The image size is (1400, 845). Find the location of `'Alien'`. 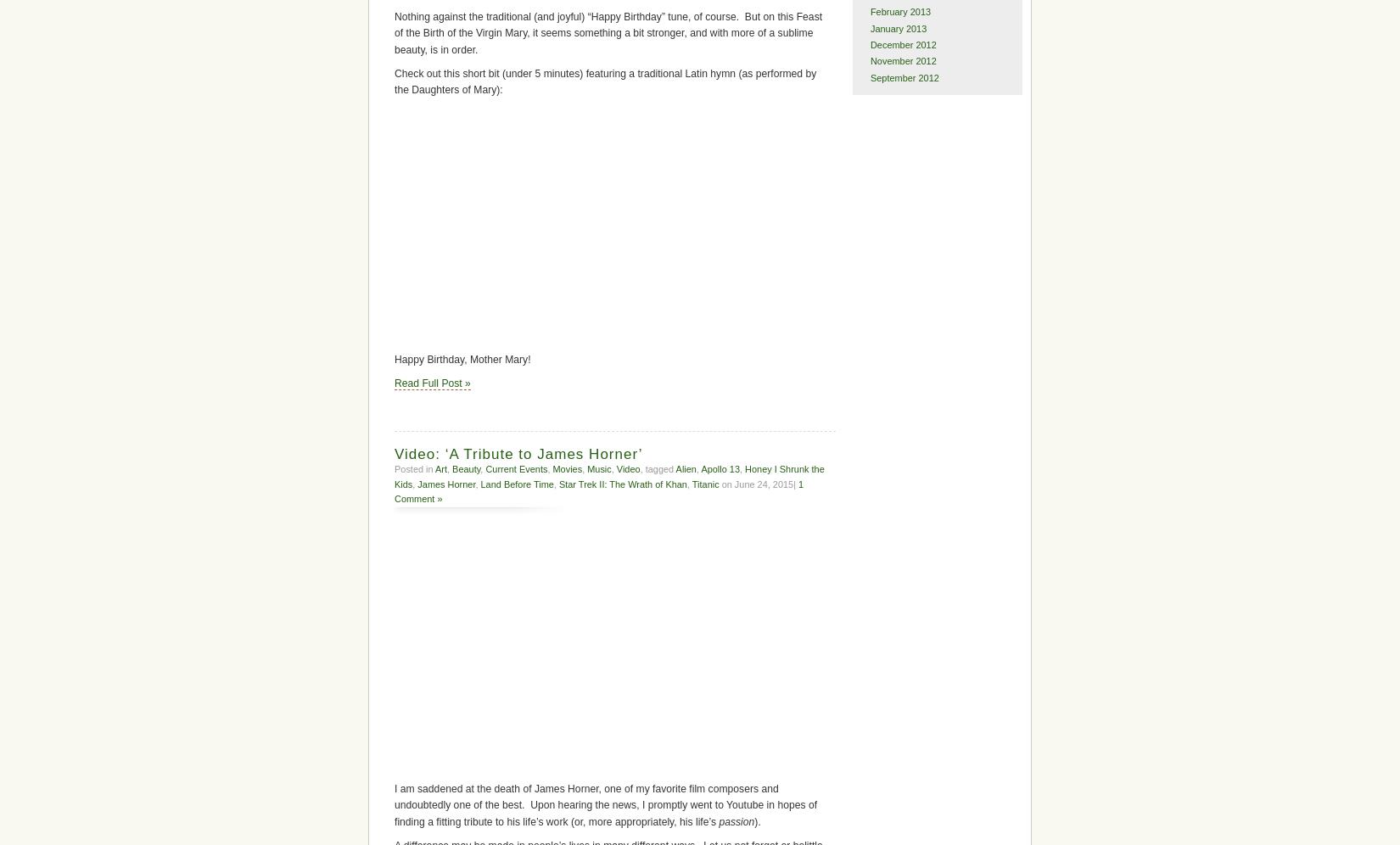

'Alien' is located at coordinates (674, 467).